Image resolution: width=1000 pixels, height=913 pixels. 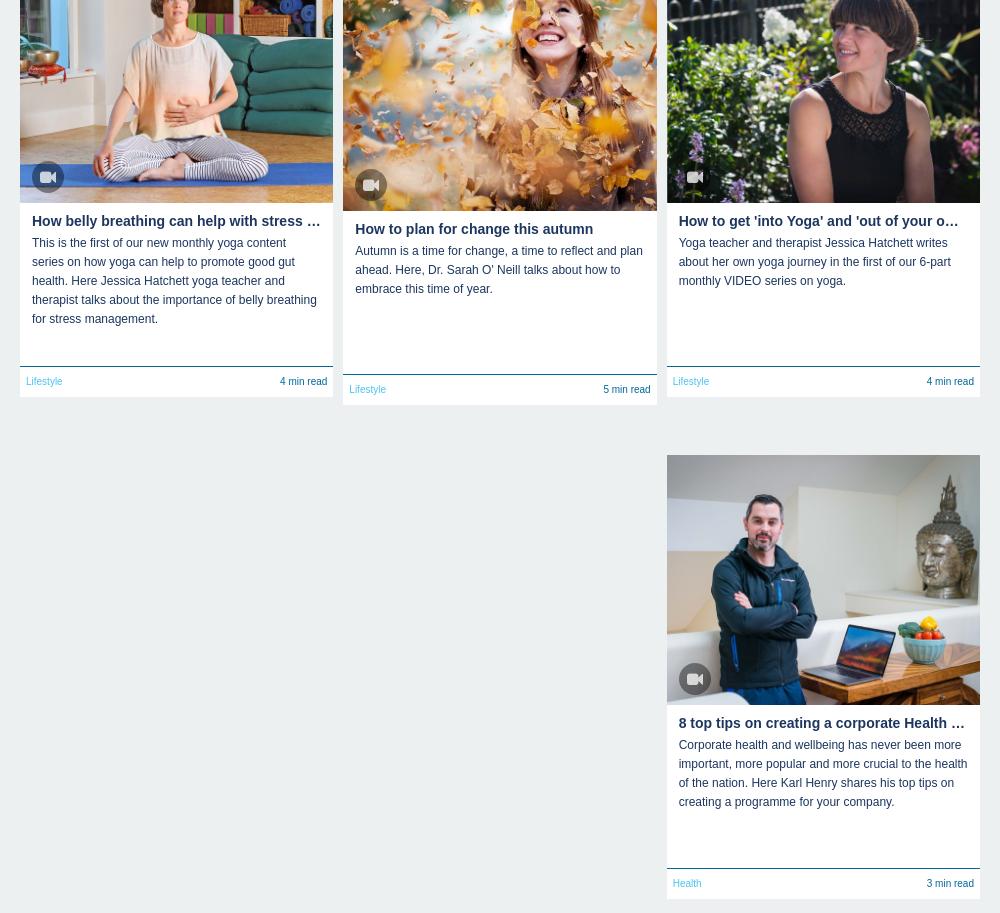 I want to click on 'How to plan for change this autumn', so click(x=473, y=227).